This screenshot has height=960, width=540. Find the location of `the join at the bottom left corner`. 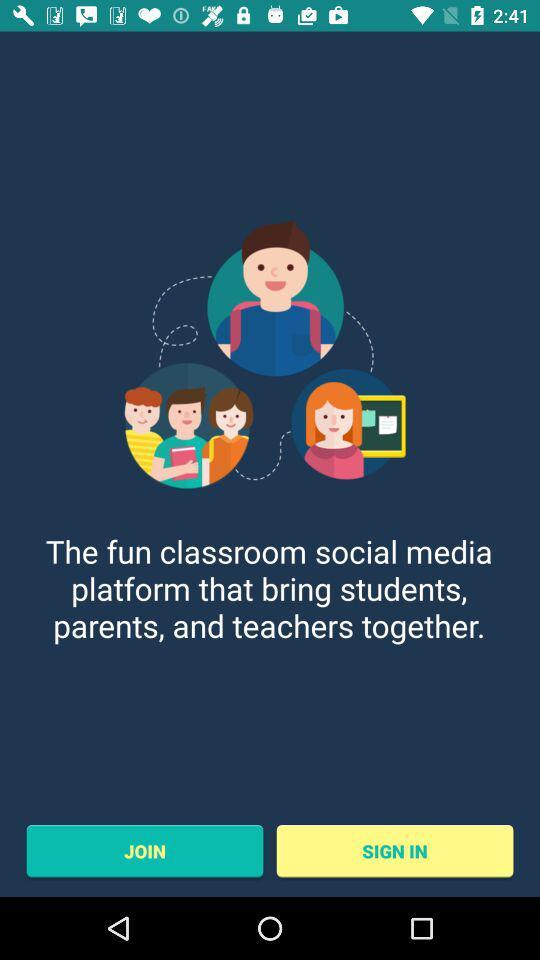

the join at the bottom left corner is located at coordinates (143, 850).